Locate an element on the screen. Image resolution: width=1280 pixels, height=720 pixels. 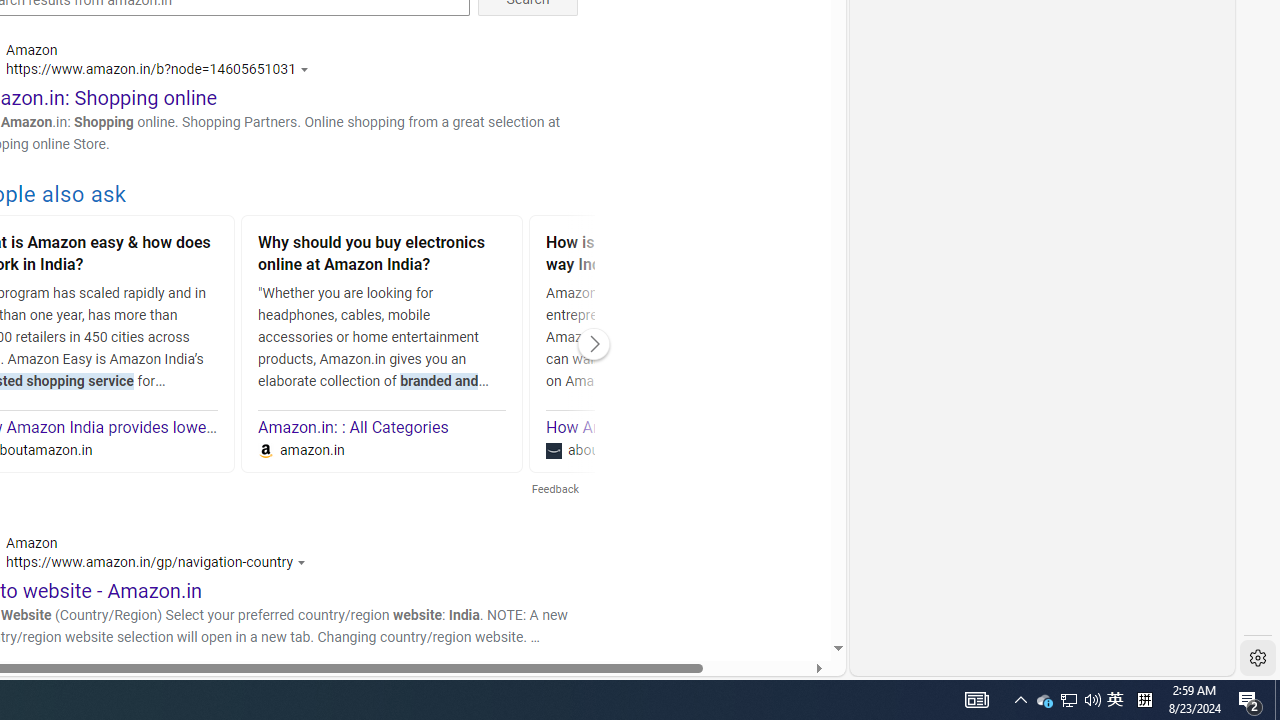
'How is Amazon easy changing the way India buys?' is located at coordinates (670, 255).